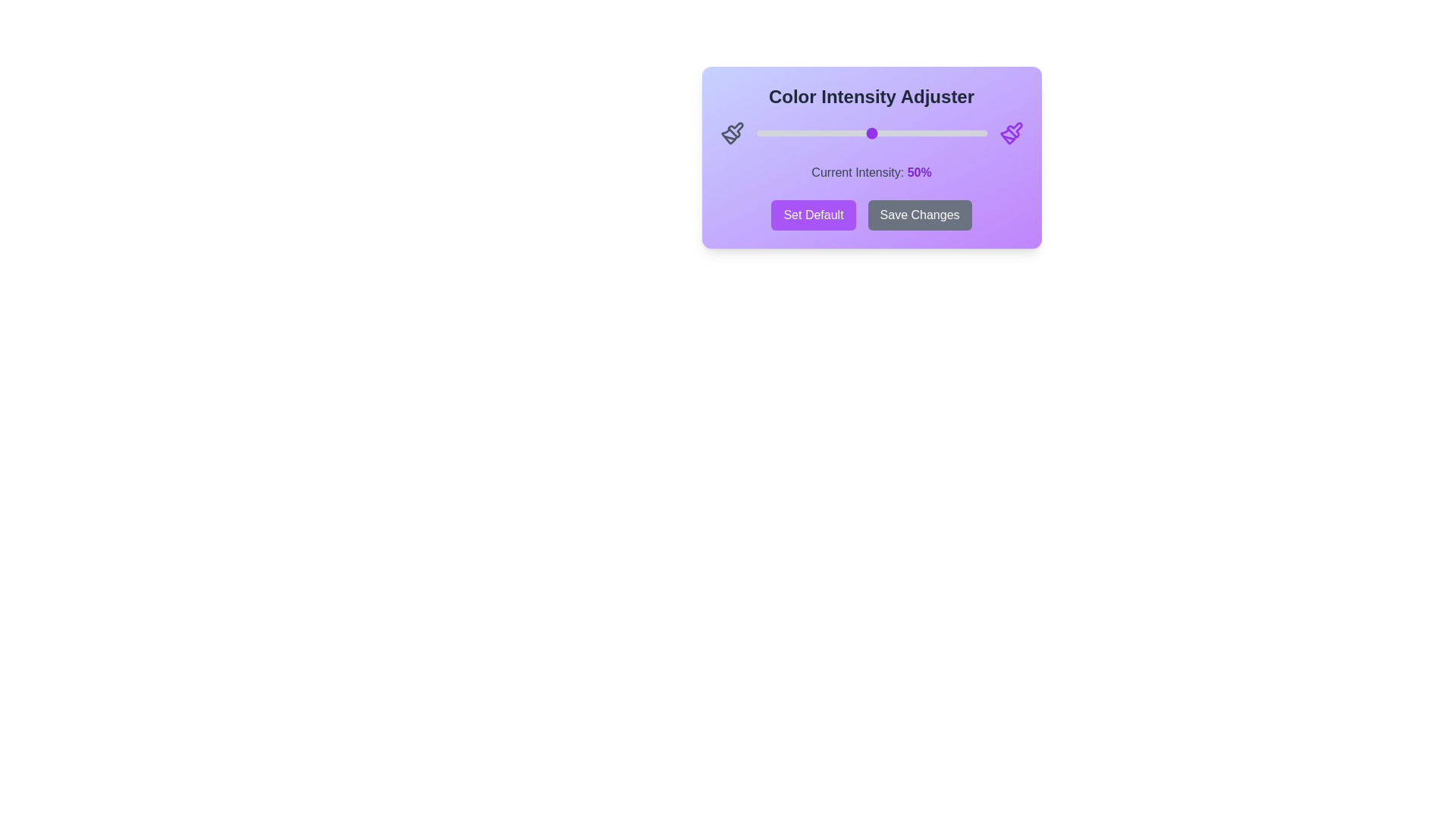 The height and width of the screenshot is (819, 1456). What do you see at coordinates (763, 133) in the screenshot?
I see `the slider to set the intensity to 3%` at bounding box center [763, 133].